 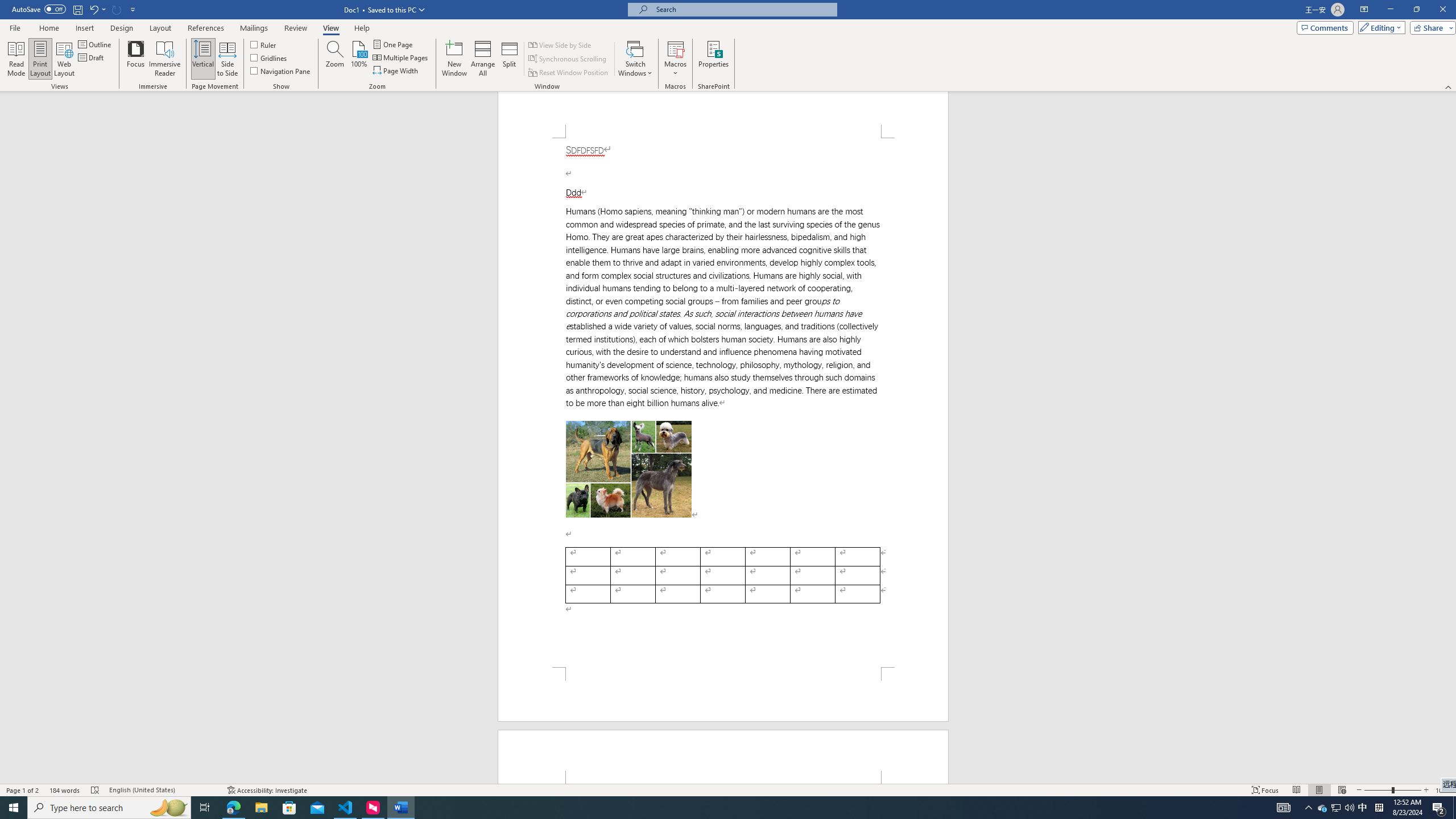 What do you see at coordinates (97, 9) in the screenshot?
I see `'Undo Apply Quick Style Set'` at bounding box center [97, 9].